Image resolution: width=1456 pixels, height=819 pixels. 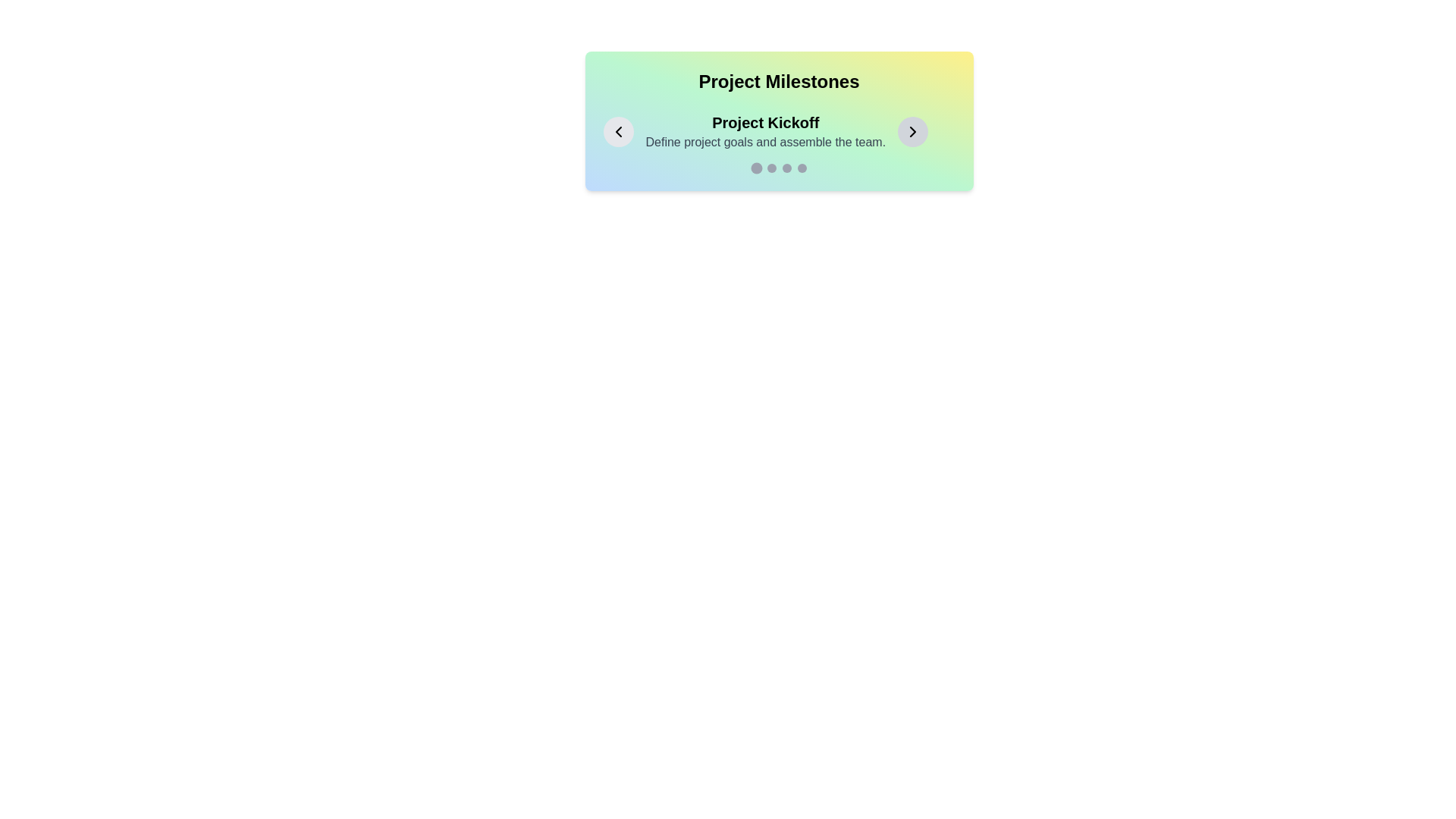 I want to click on the right-facing Chevron icon button located on the far right side of the horizontal navigation interface, so click(x=912, y=130).